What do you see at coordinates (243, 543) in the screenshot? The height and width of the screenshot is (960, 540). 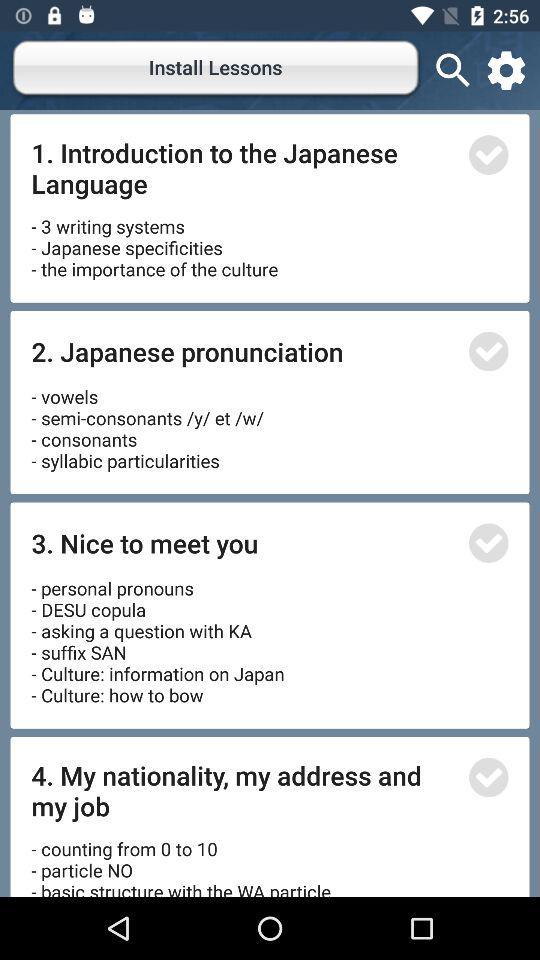 I see `3 nice to` at bounding box center [243, 543].